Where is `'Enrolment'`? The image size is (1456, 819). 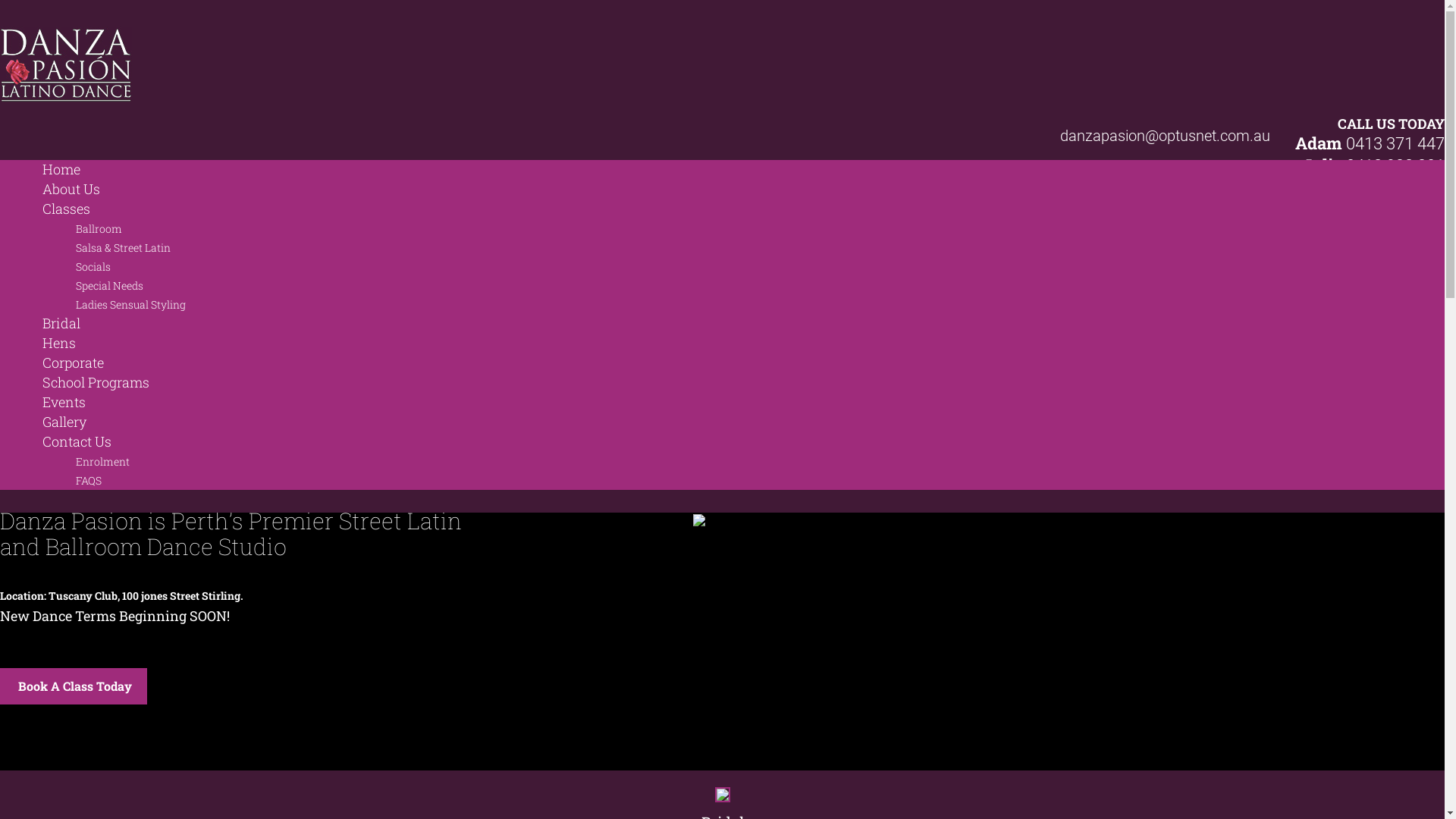 'Enrolment' is located at coordinates (61, 460).